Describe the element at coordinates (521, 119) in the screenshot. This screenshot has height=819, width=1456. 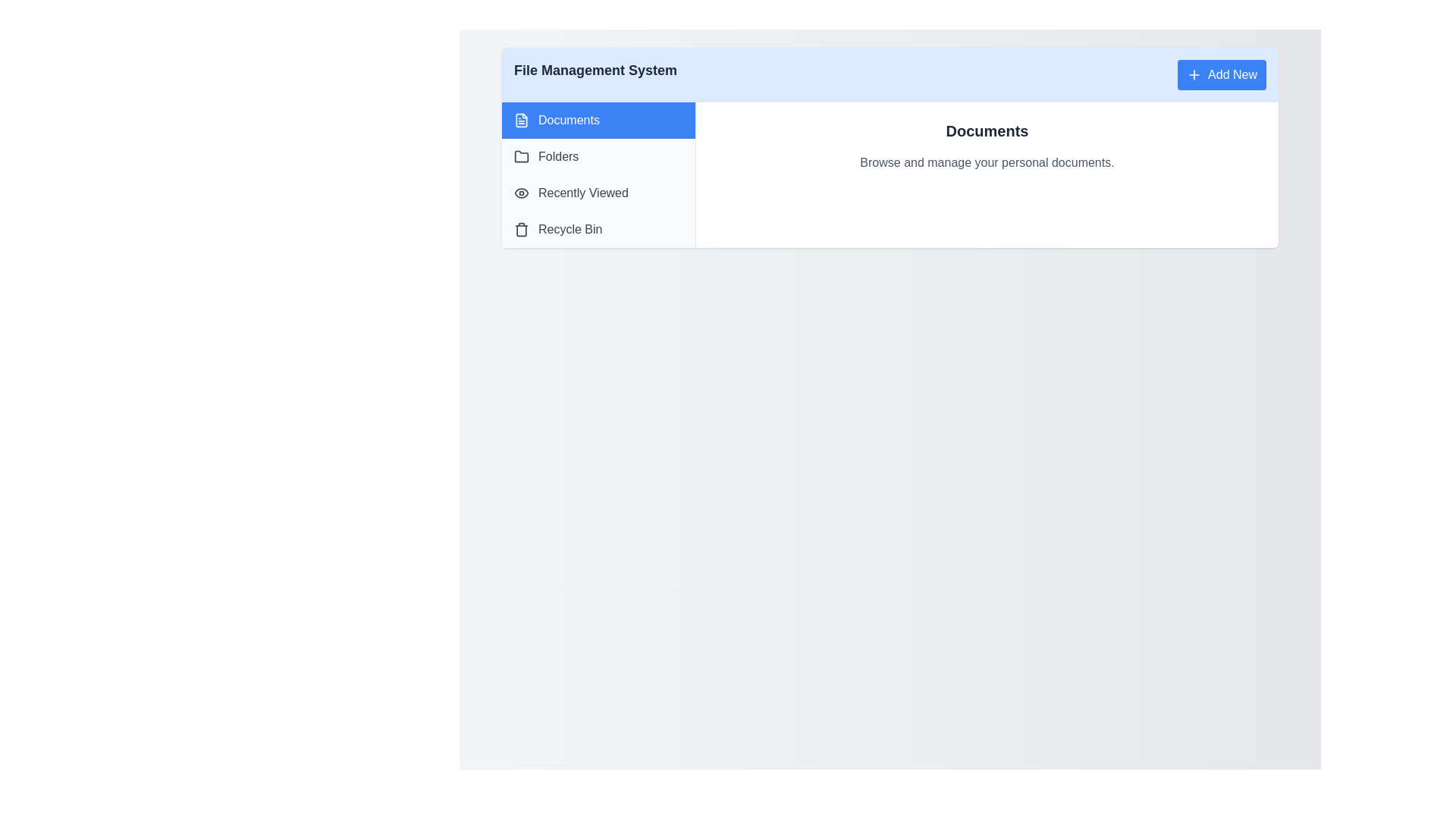
I see `the 'Documents' menu item in the sidebar, which is represented by a small document icon with lines next to the label 'Documents'` at that location.